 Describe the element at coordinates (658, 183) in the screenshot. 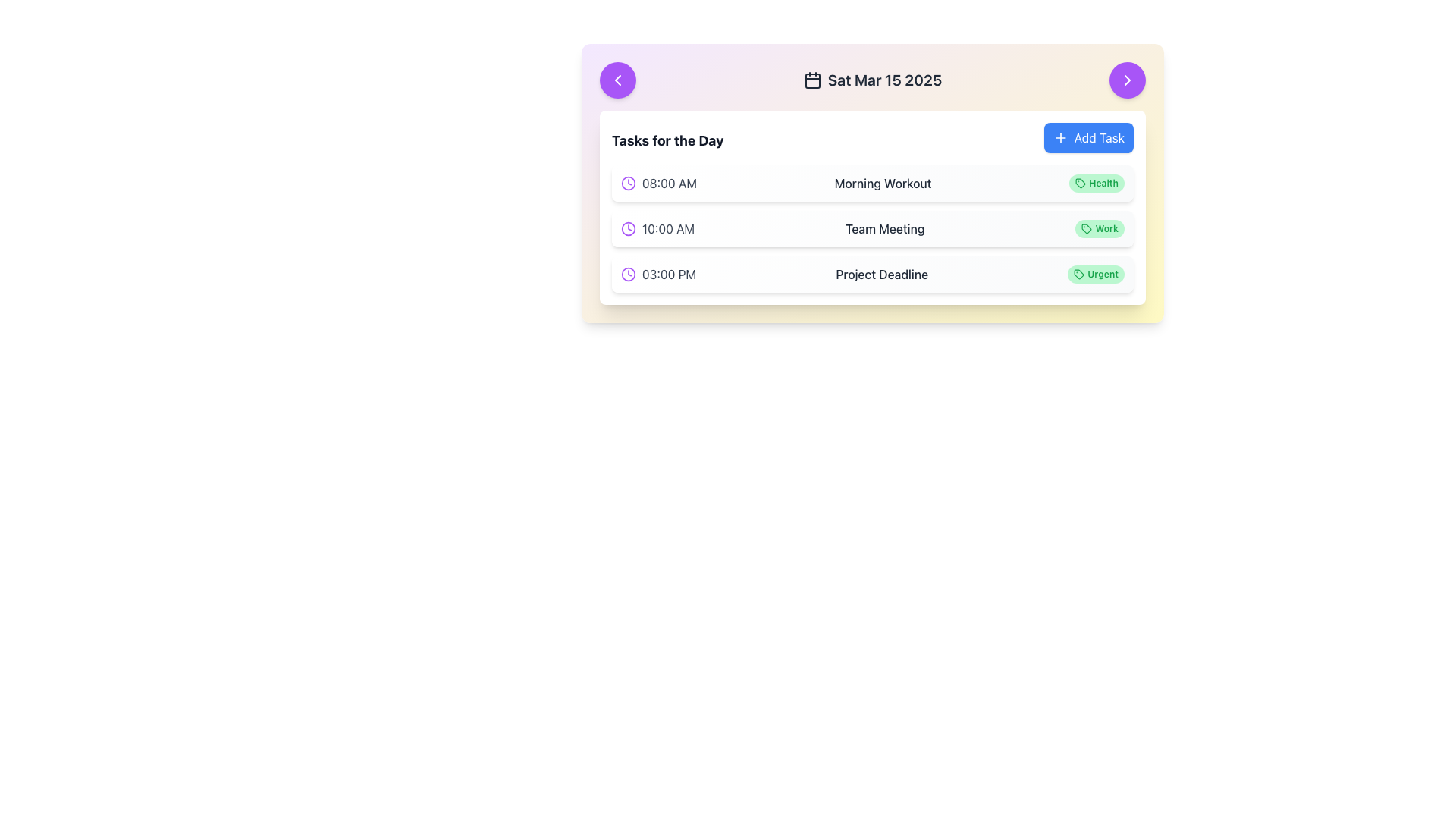

I see `time displayed on the Text Label with Icon that shows '08:00 AM' next to a purple clock icon, located at the top left corner of the 'Morning Workout' task` at that location.